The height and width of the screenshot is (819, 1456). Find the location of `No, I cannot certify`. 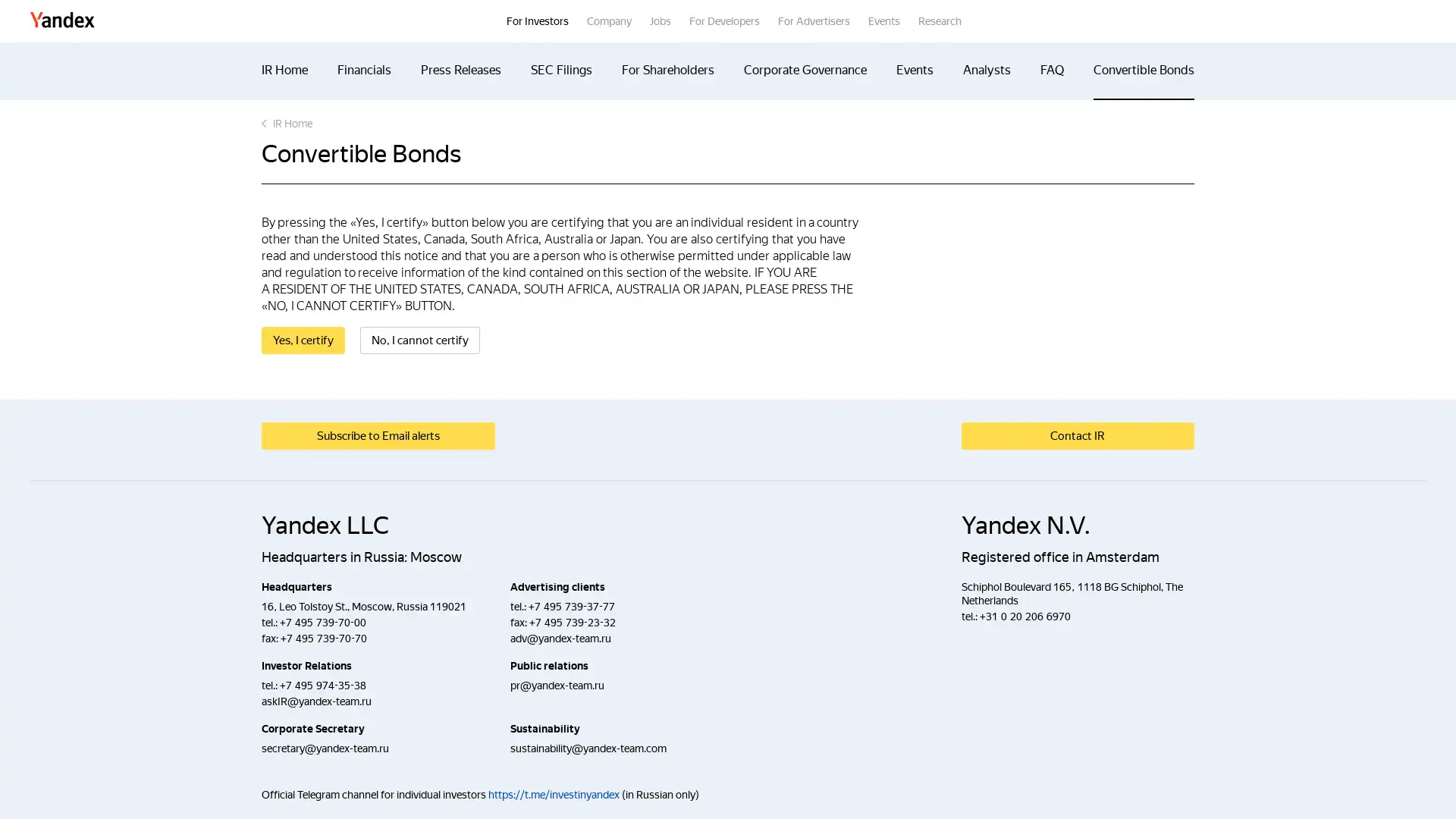

No, I cannot certify is located at coordinates (419, 339).